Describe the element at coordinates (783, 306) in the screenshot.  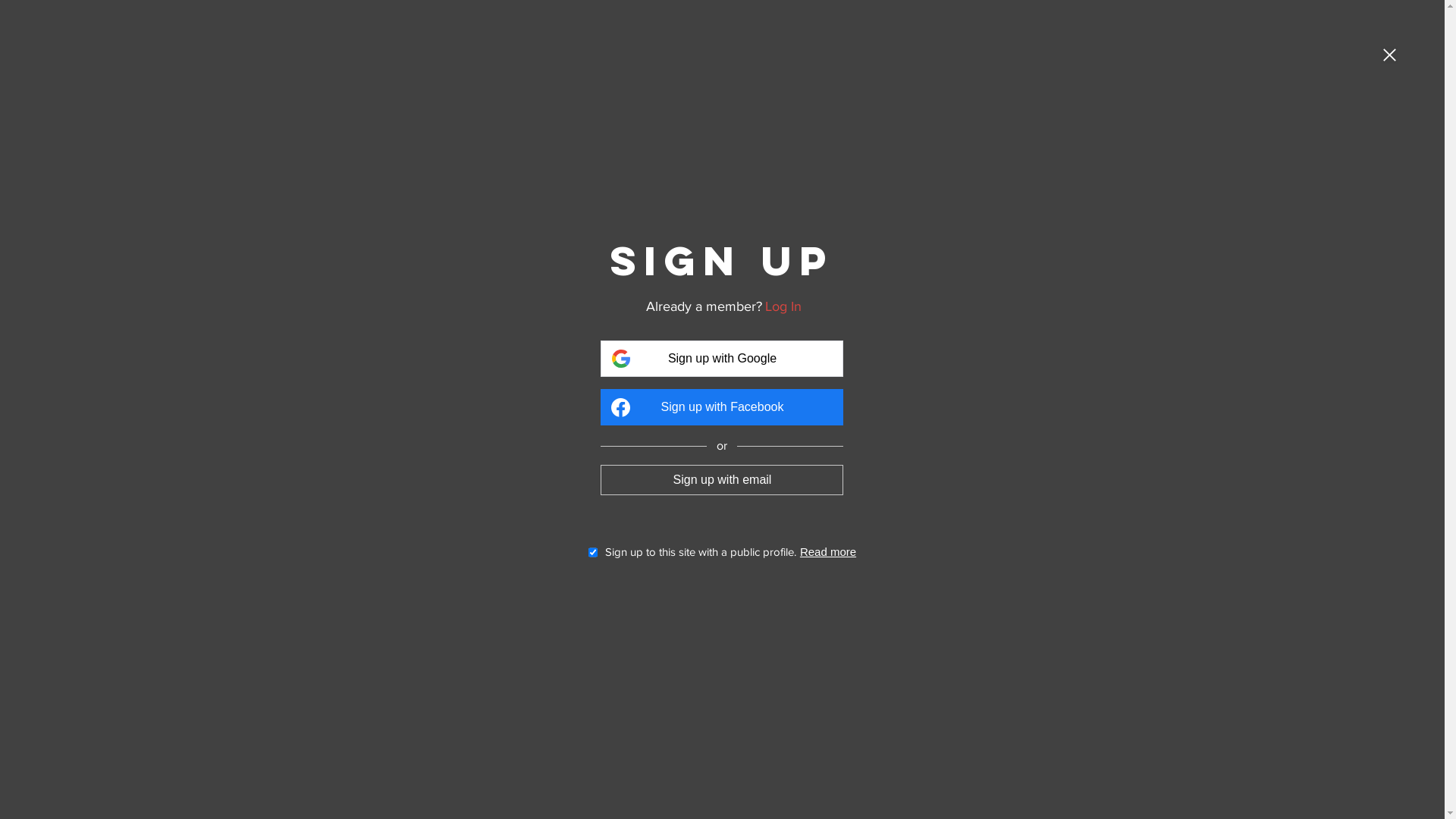
I see `'Log In'` at that location.